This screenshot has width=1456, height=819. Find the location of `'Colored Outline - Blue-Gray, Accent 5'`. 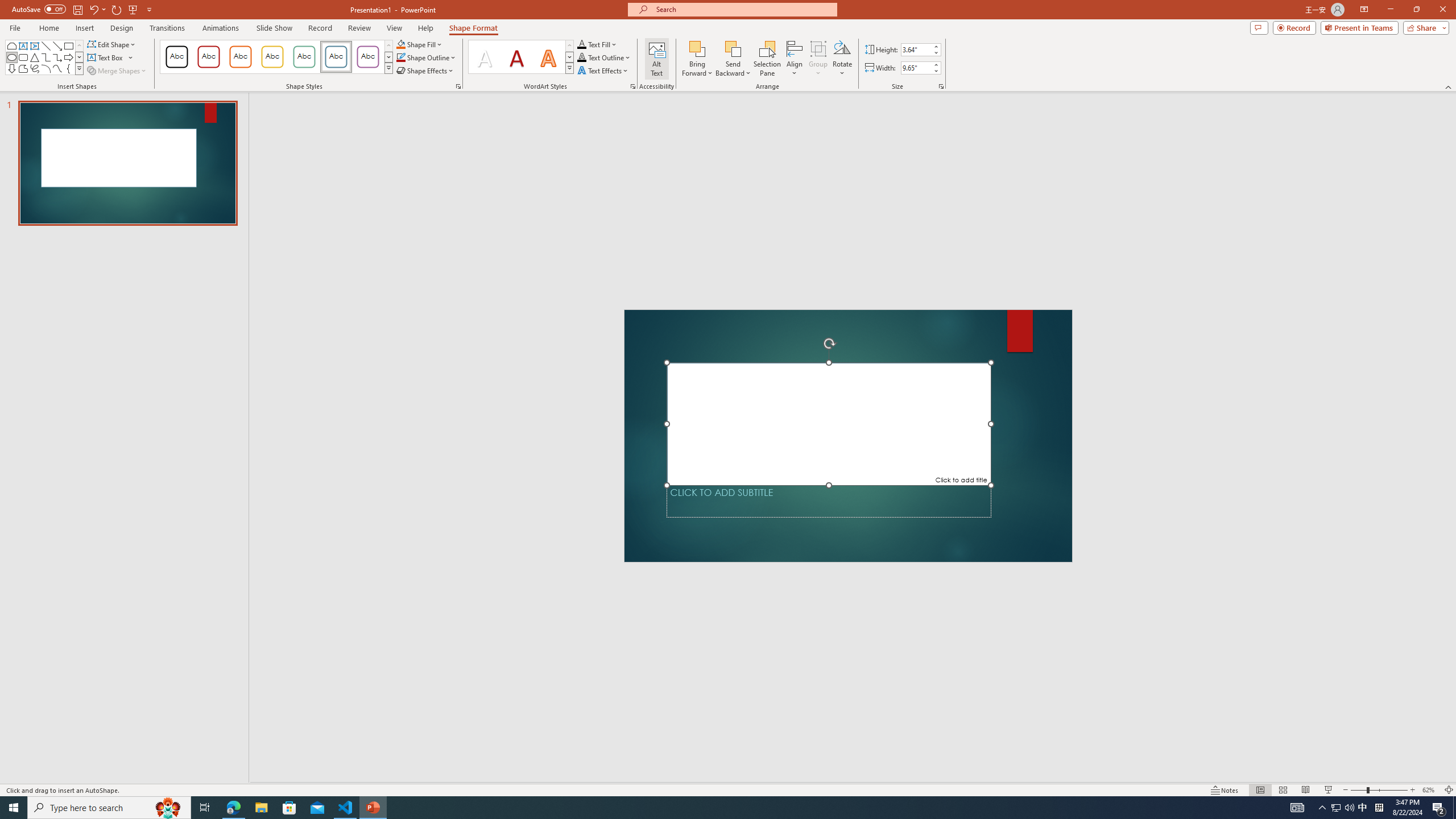

'Colored Outline - Blue-Gray, Accent 5' is located at coordinates (336, 56).